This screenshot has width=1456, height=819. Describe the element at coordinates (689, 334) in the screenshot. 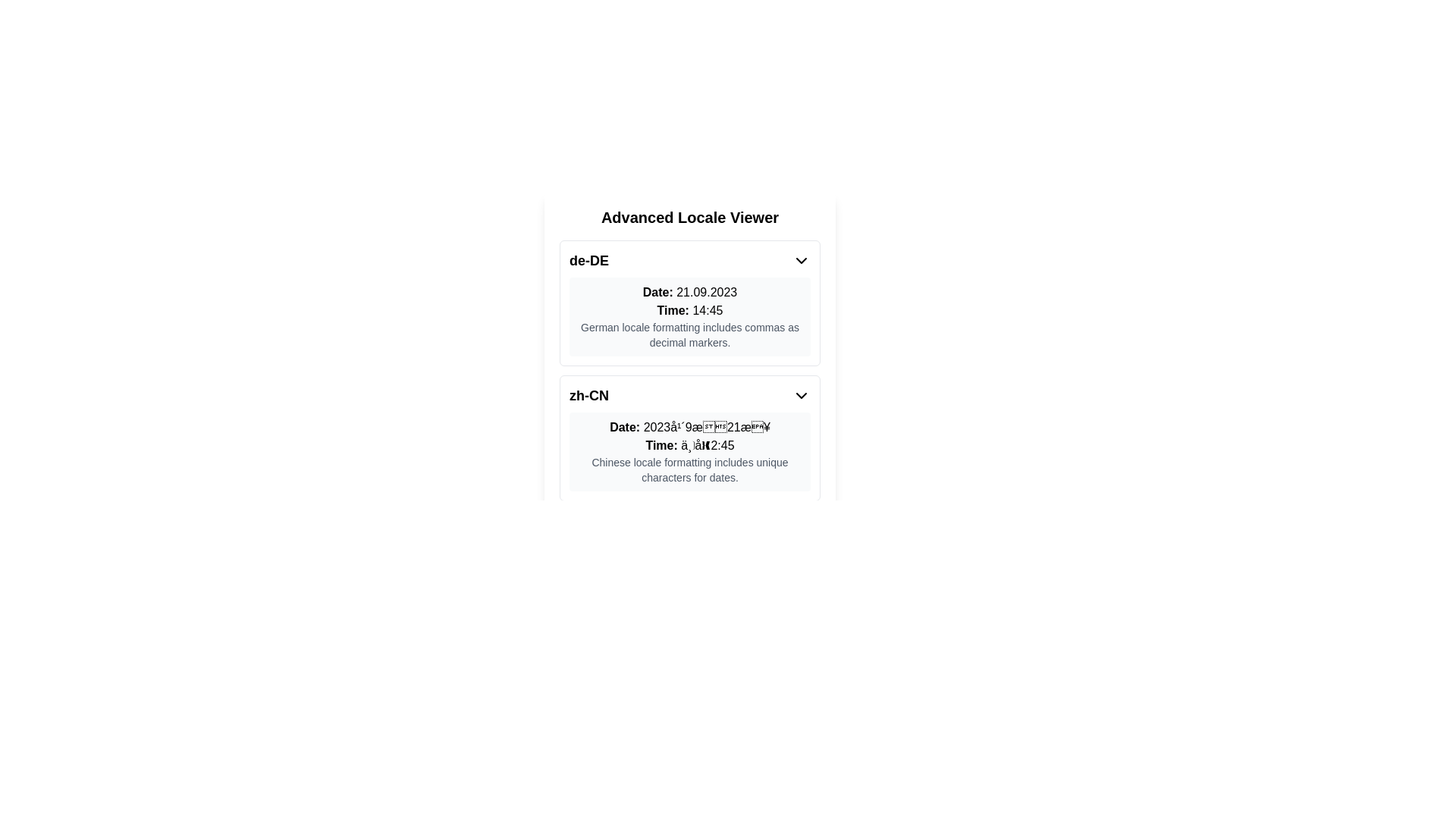

I see `the text label stating 'German locale formatting includes commas as decimal markers', which is styled in a smaller gray font and located beneath the 'Date:' and 'Time:' information` at that location.